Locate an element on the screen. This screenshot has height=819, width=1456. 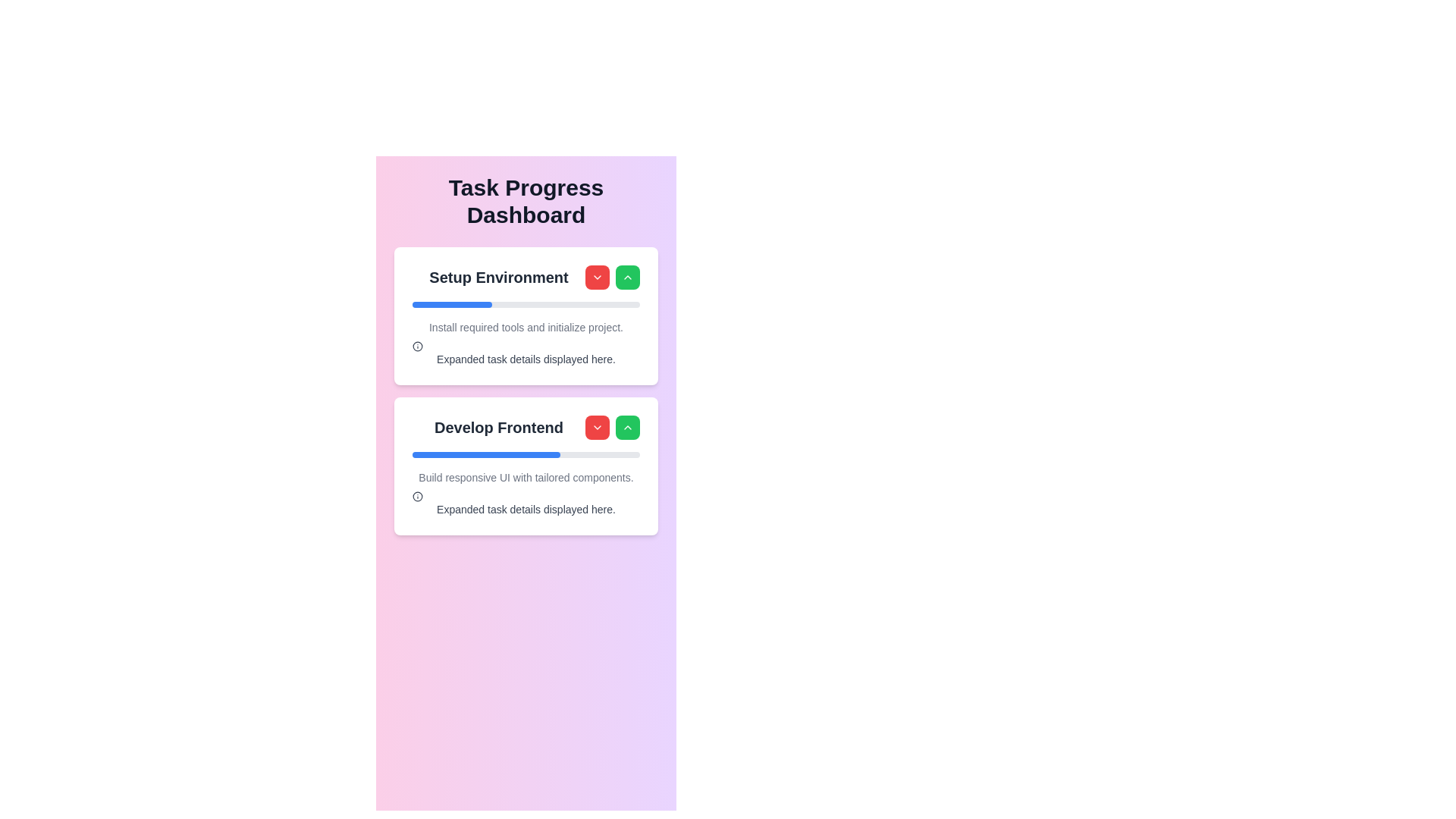
text label that reads 'Install required tools and initialize project.' located under the heading 'Setup Environment' is located at coordinates (526, 327).